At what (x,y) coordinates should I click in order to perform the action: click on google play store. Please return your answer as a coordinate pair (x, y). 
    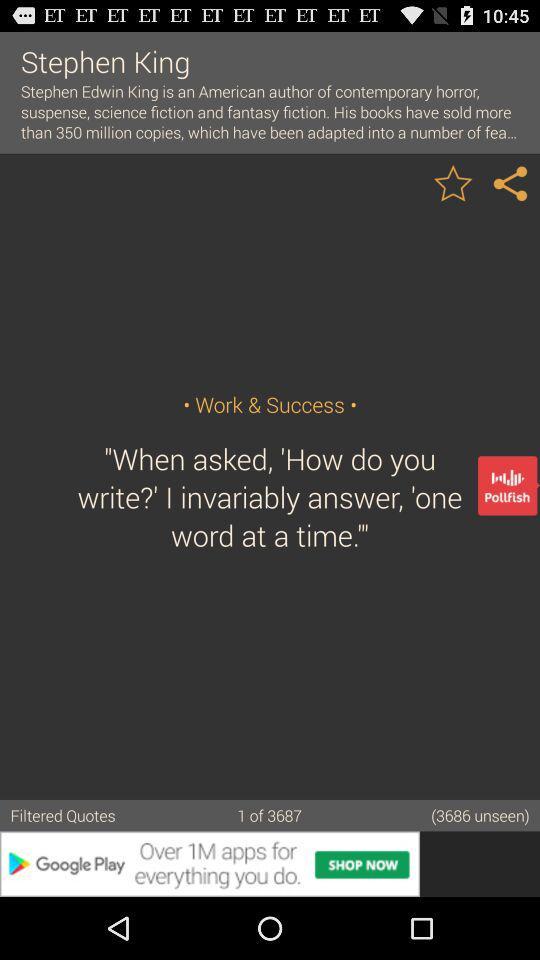
    Looking at the image, I should click on (270, 863).